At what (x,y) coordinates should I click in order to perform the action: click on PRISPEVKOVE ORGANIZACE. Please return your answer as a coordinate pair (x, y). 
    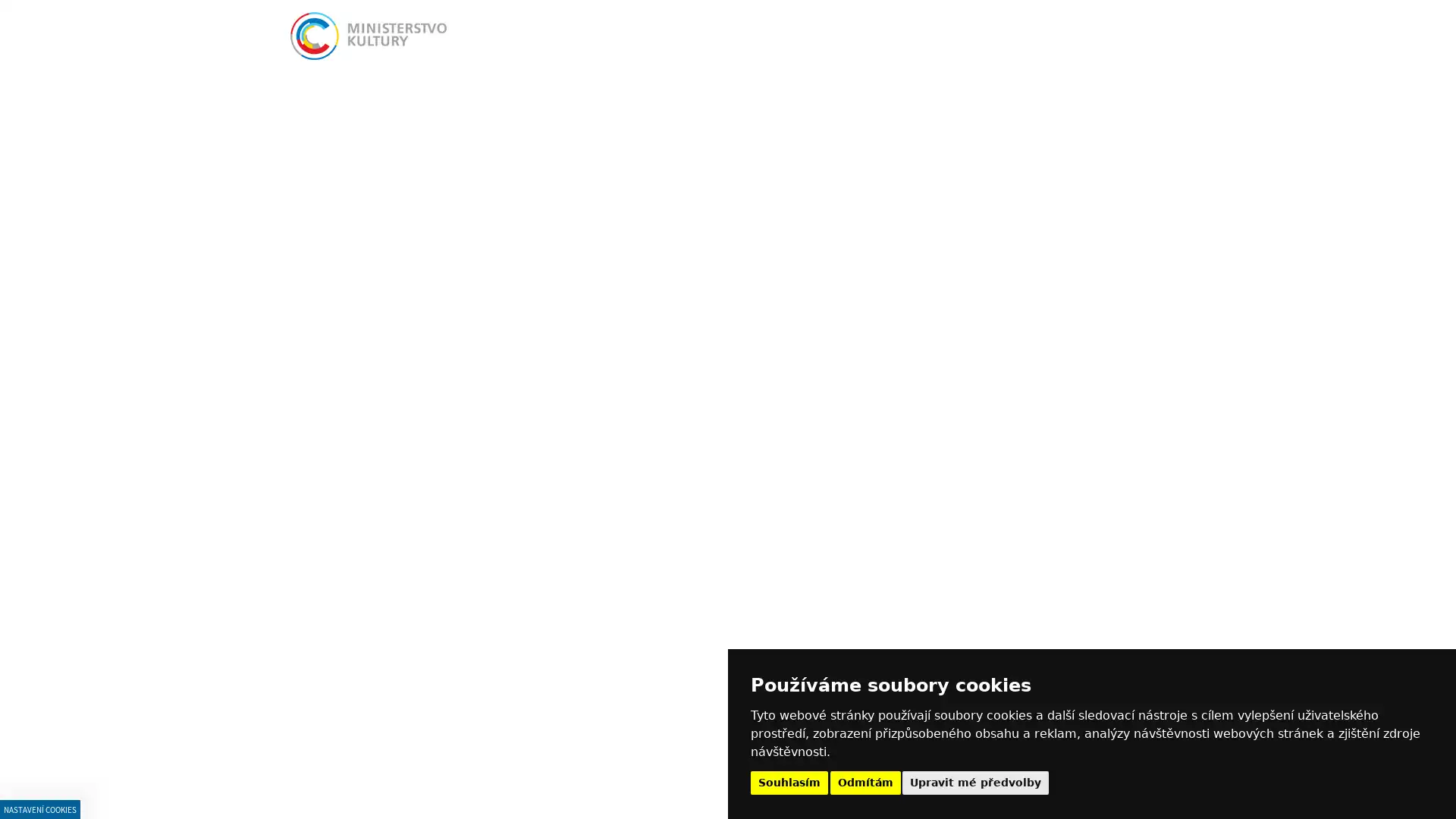
    Looking at the image, I should click on (510, 472).